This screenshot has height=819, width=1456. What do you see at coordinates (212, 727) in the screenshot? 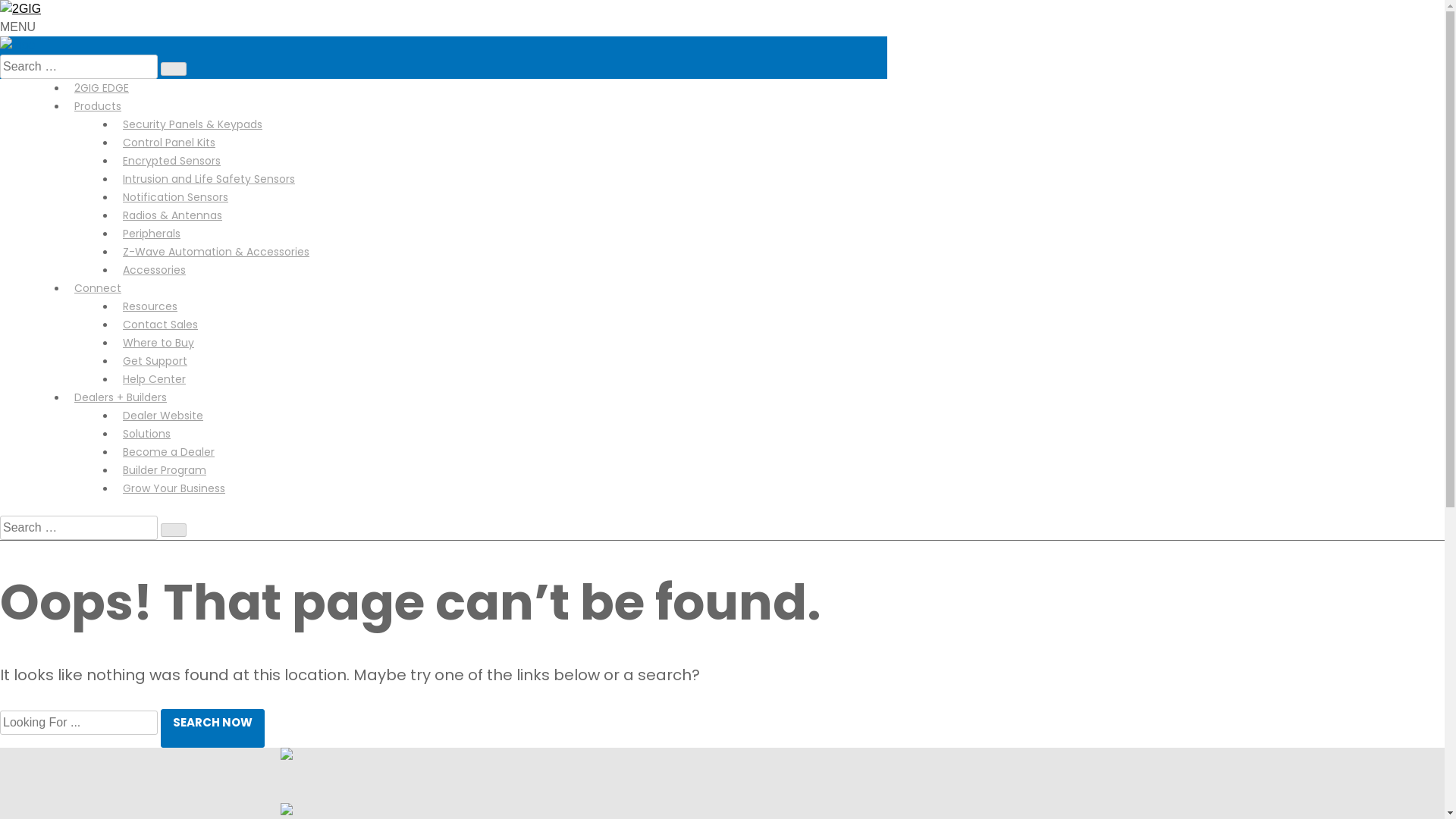
I see `'SEARCH NOW'` at bounding box center [212, 727].